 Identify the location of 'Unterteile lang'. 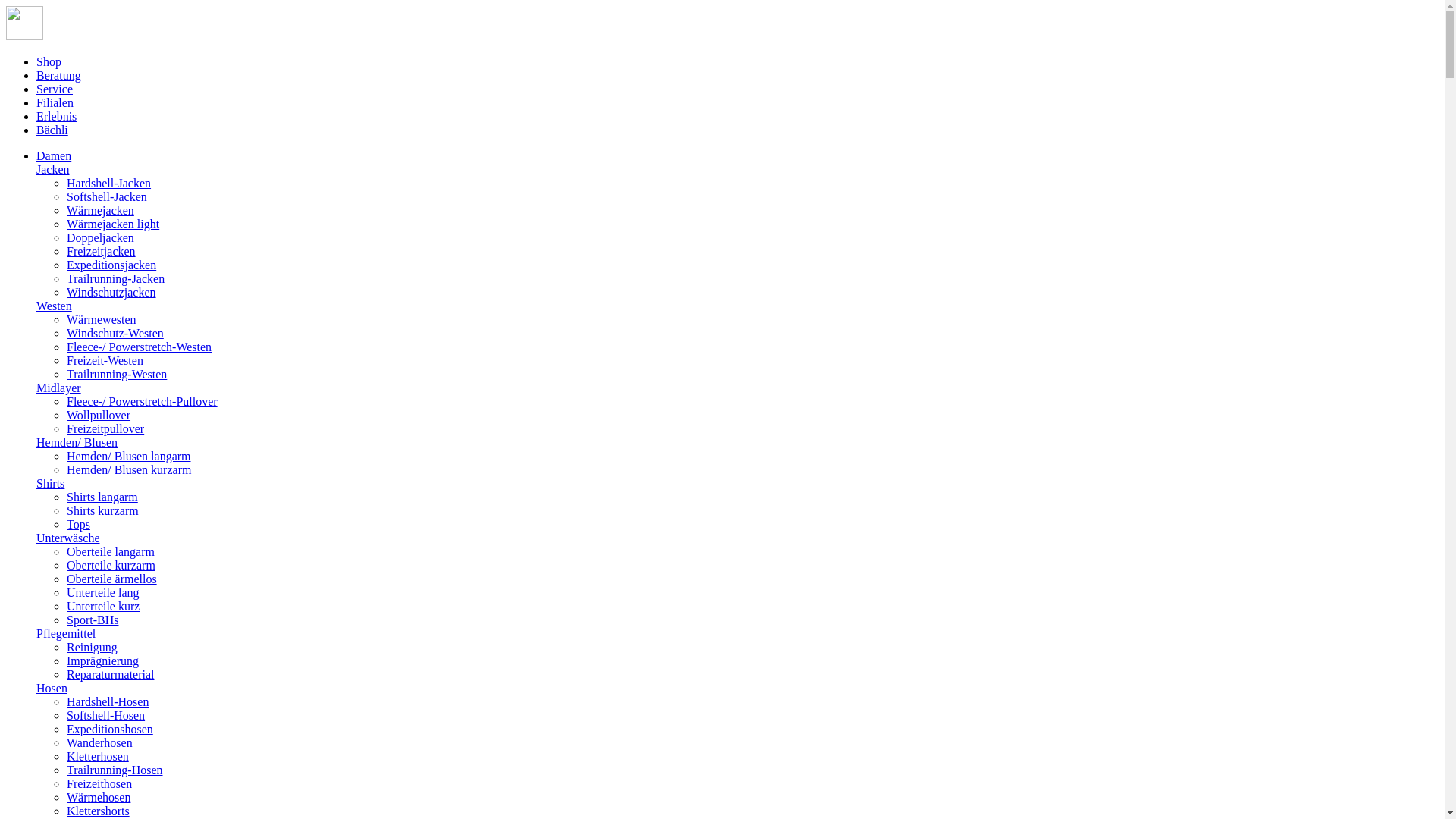
(102, 591).